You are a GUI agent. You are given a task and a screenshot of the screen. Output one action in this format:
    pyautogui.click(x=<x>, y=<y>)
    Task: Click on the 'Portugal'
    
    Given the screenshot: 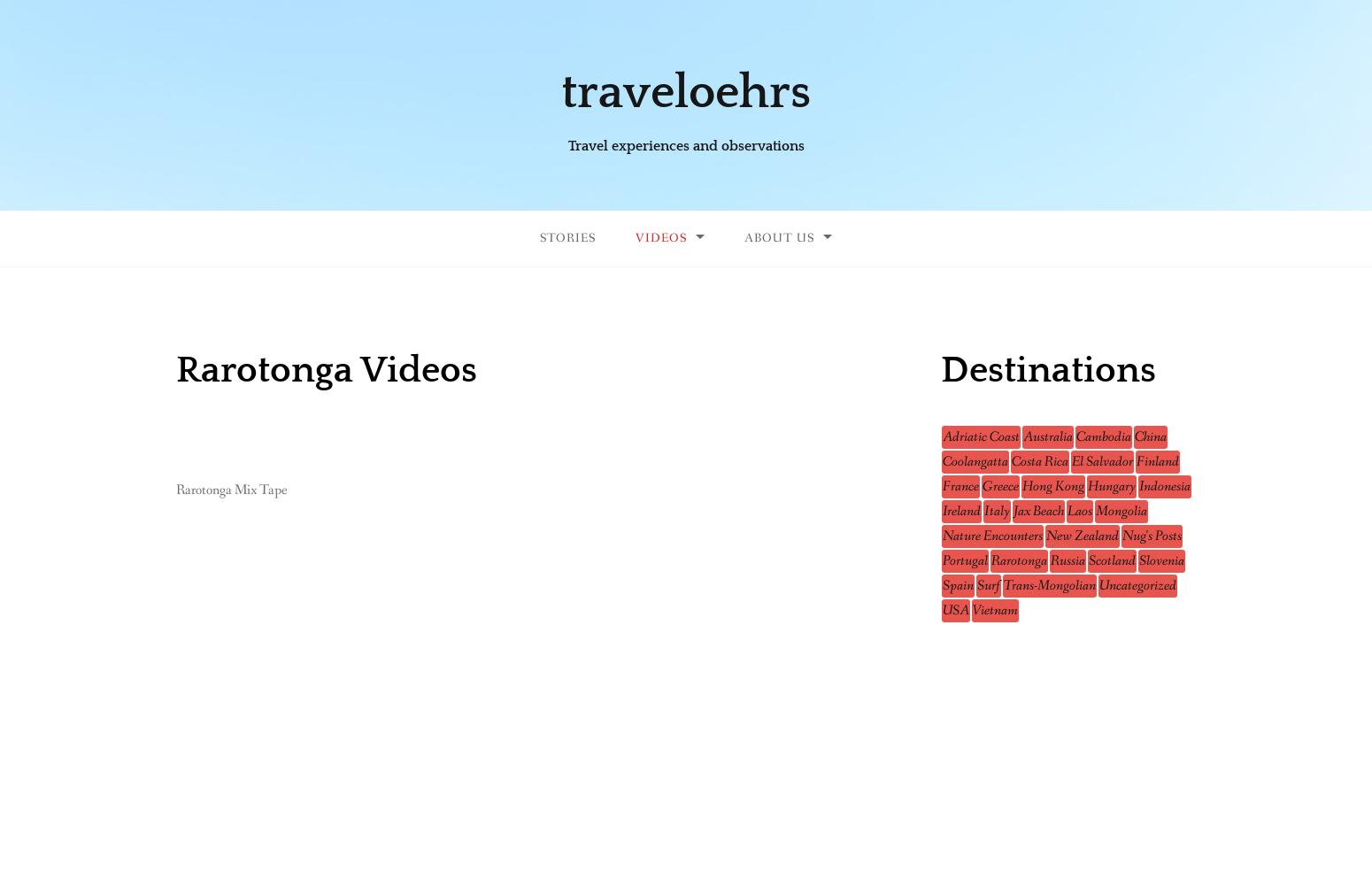 What is the action you would take?
    pyautogui.click(x=964, y=560)
    